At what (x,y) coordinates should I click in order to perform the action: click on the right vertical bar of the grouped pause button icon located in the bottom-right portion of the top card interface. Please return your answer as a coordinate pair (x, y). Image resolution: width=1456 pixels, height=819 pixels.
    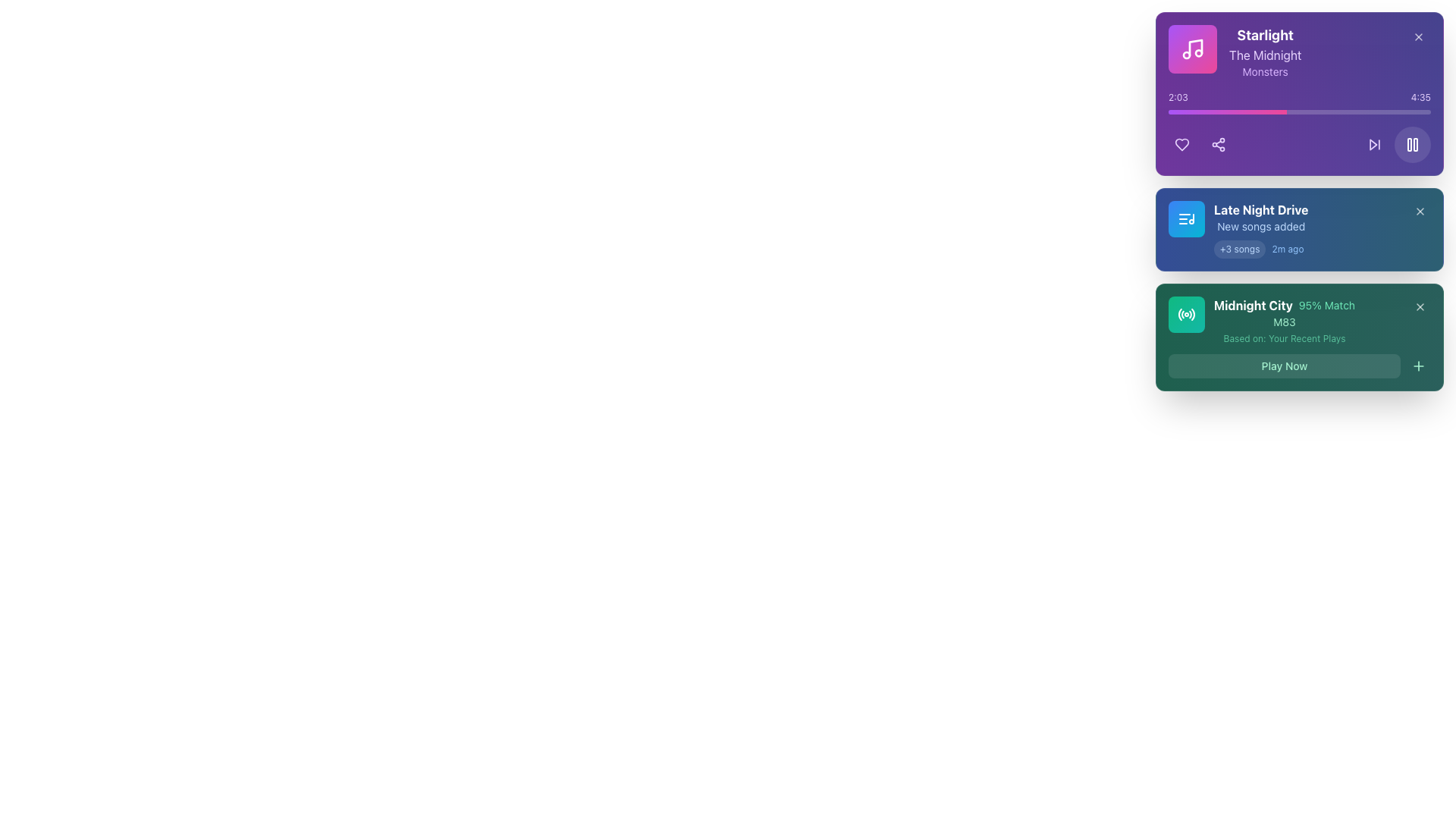
    Looking at the image, I should click on (1415, 145).